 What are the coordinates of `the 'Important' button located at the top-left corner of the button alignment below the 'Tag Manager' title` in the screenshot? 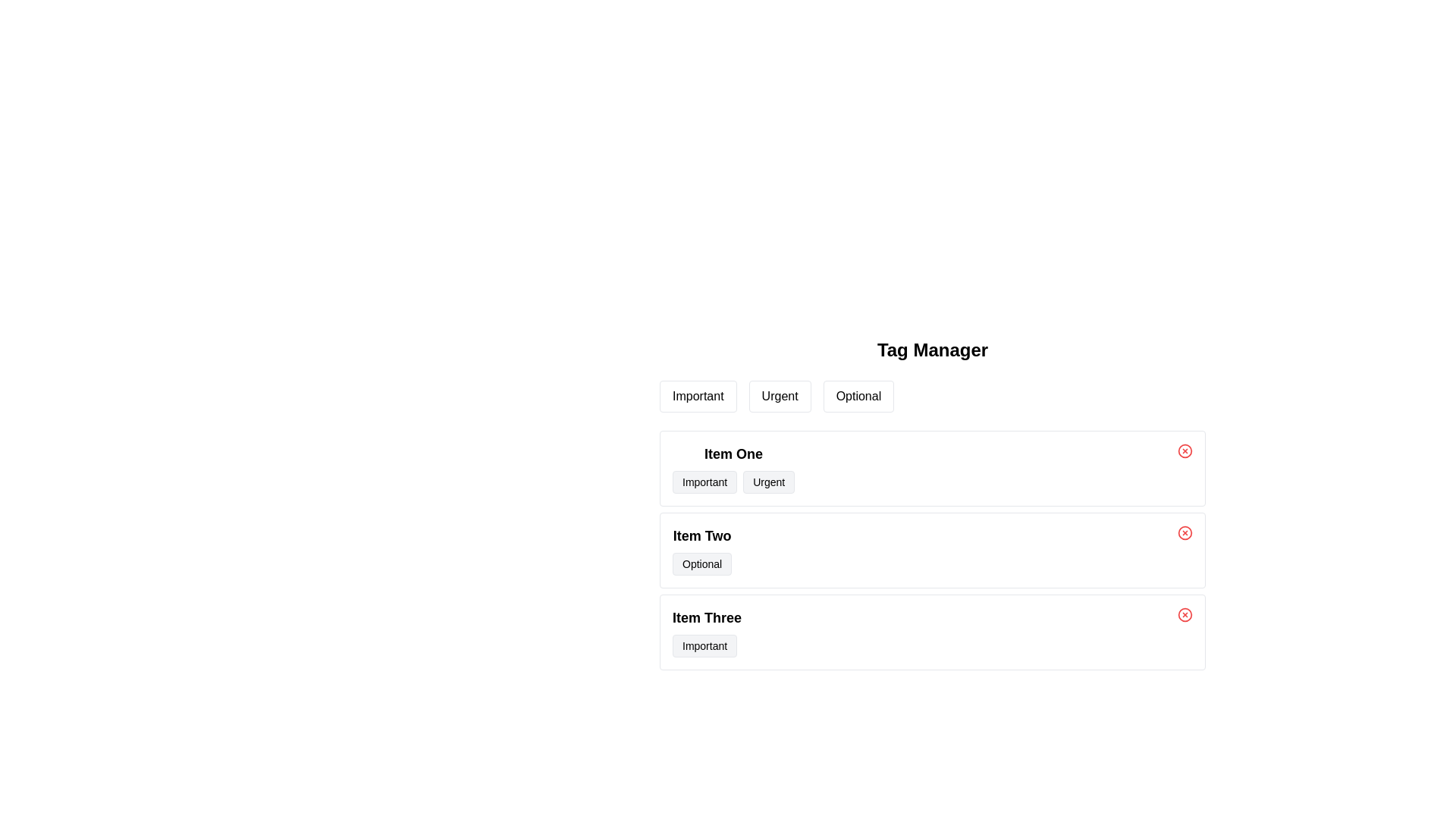 It's located at (697, 396).